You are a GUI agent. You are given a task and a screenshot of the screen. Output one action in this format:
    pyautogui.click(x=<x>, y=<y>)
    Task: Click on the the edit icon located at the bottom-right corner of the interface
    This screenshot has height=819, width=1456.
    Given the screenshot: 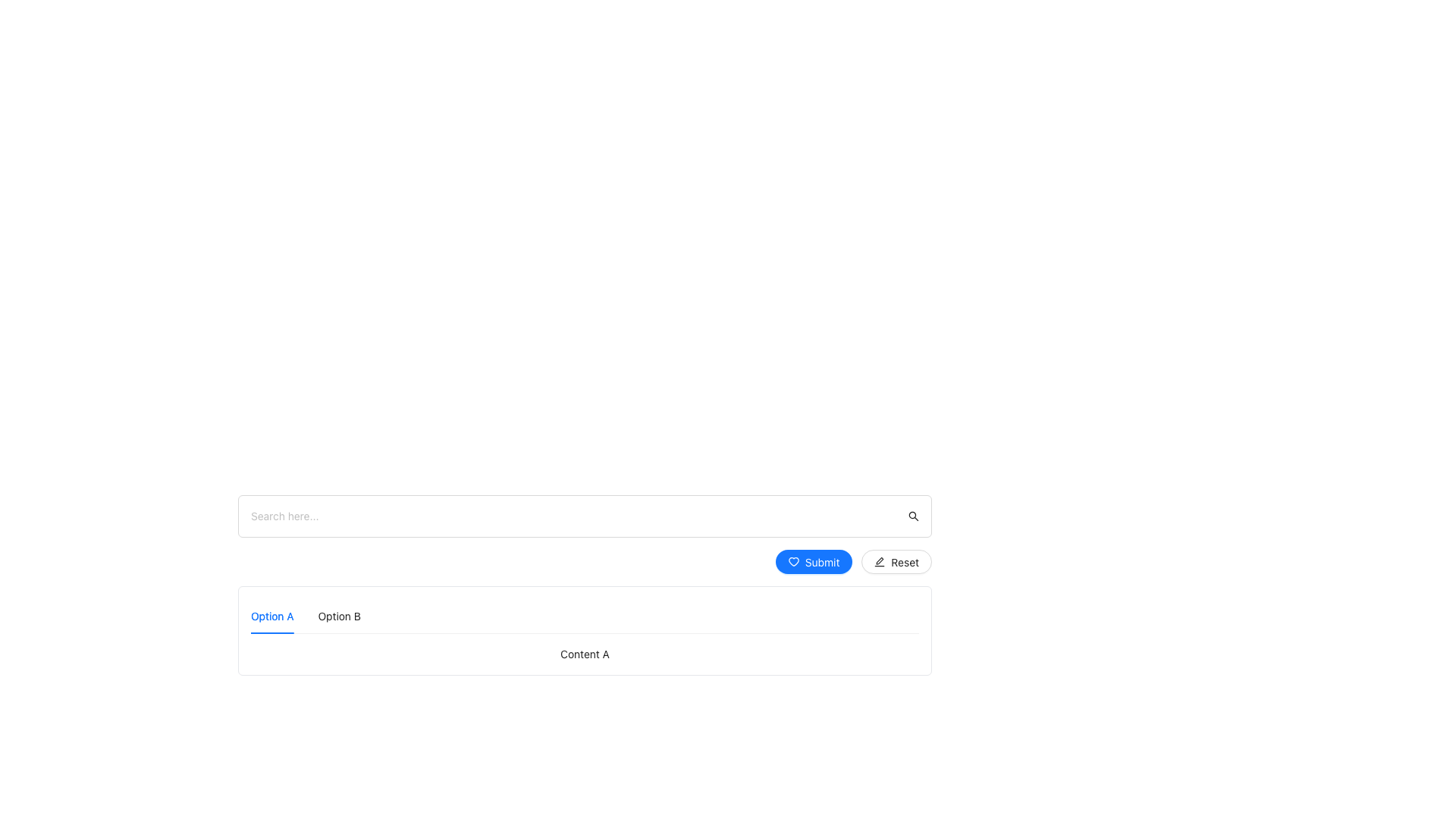 What is the action you would take?
    pyautogui.click(x=880, y=562)
    